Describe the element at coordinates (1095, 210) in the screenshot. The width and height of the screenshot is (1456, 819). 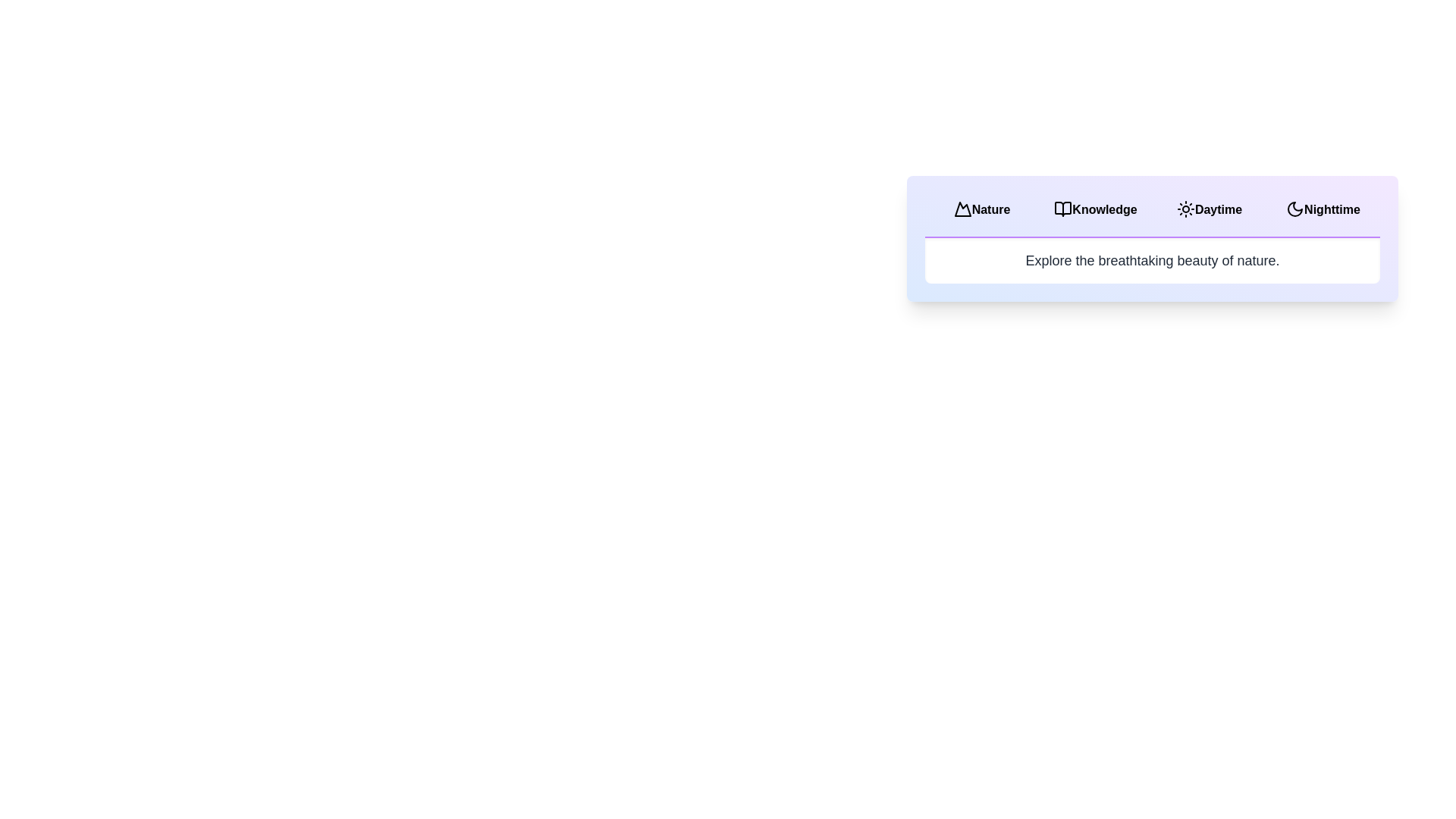
I see `the tab labeled Knowledge` at that location.